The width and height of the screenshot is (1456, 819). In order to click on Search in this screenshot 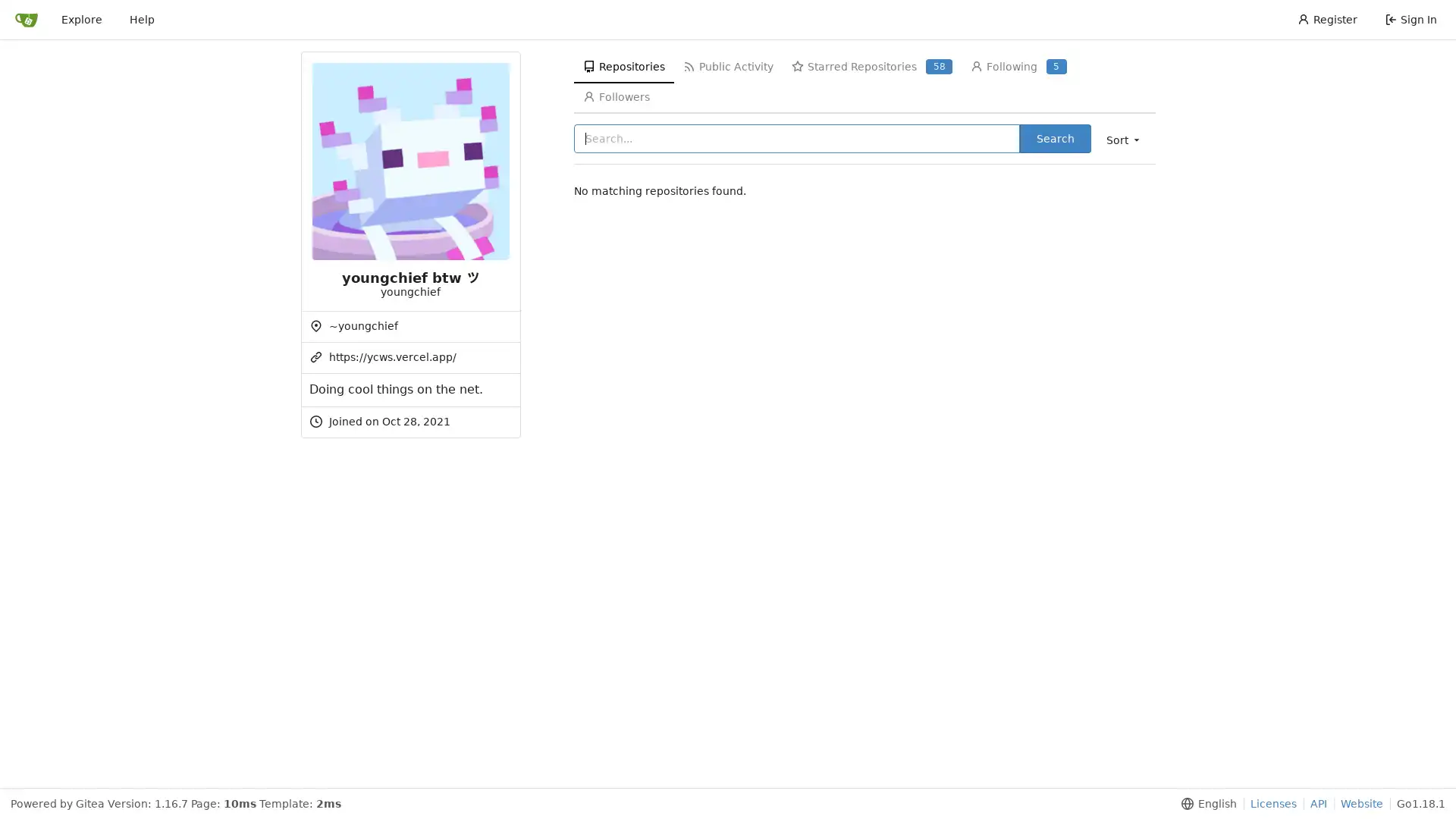, I will do `click(1054, 138)`.